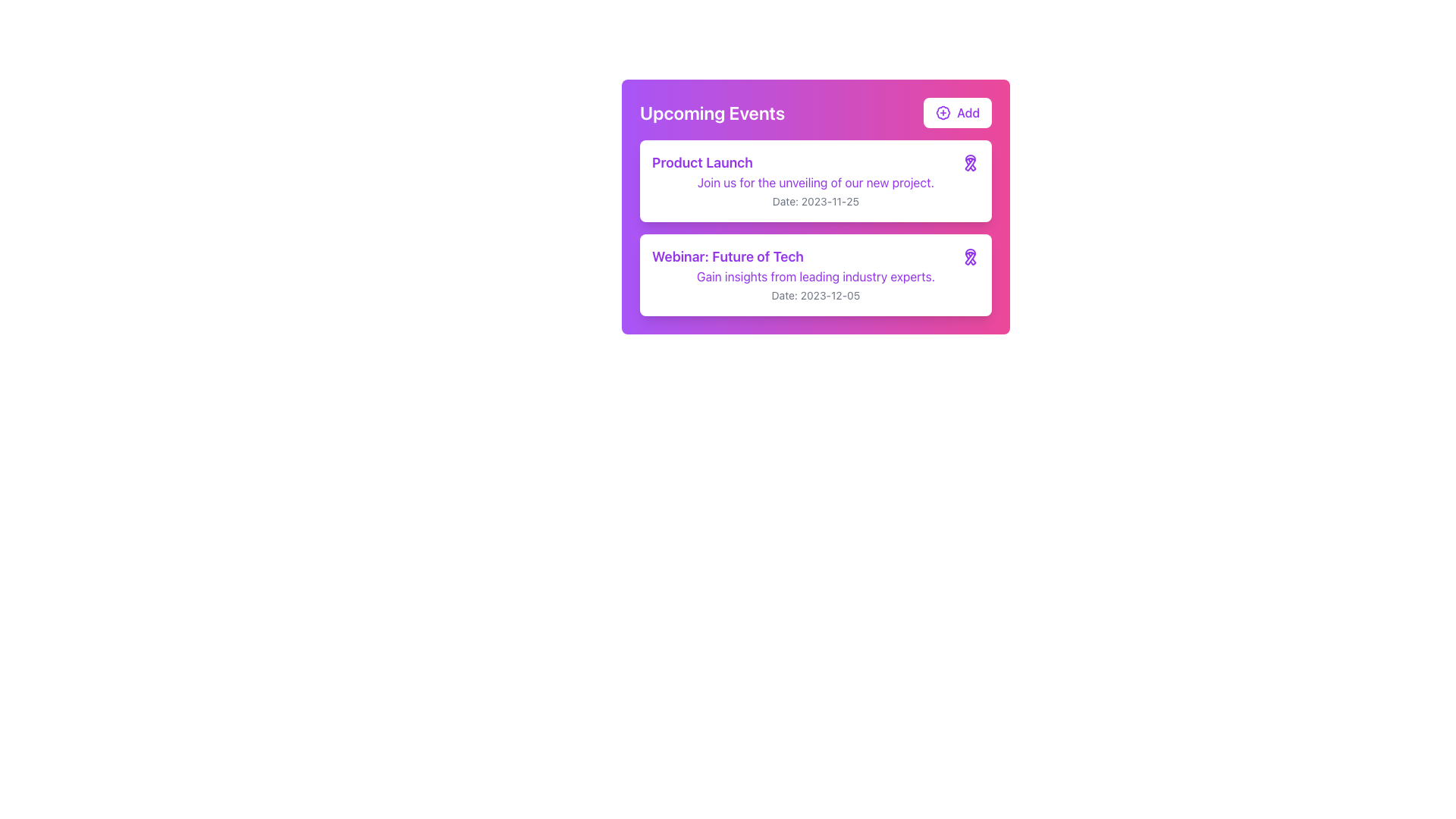  Describe the element at coordinates (728, 256) in the screenshot. I see `the title text label in the lower event card of the 'Upcoming Events' module` at that location.